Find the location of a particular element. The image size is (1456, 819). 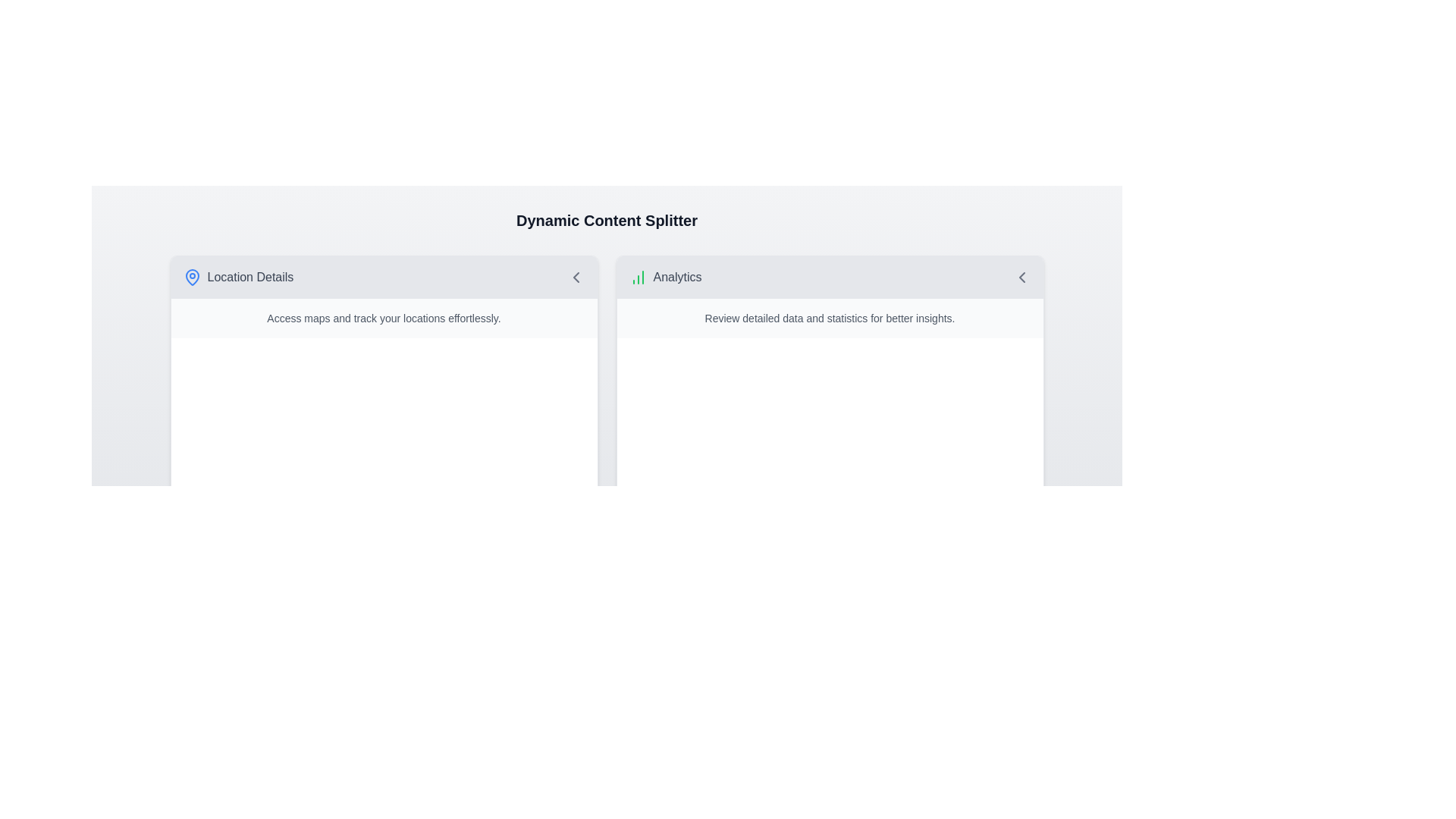

the left-pointing gray chevron icon located on the top-right edge of the 'Analytics' panel is located at coordinates (1021, 278).